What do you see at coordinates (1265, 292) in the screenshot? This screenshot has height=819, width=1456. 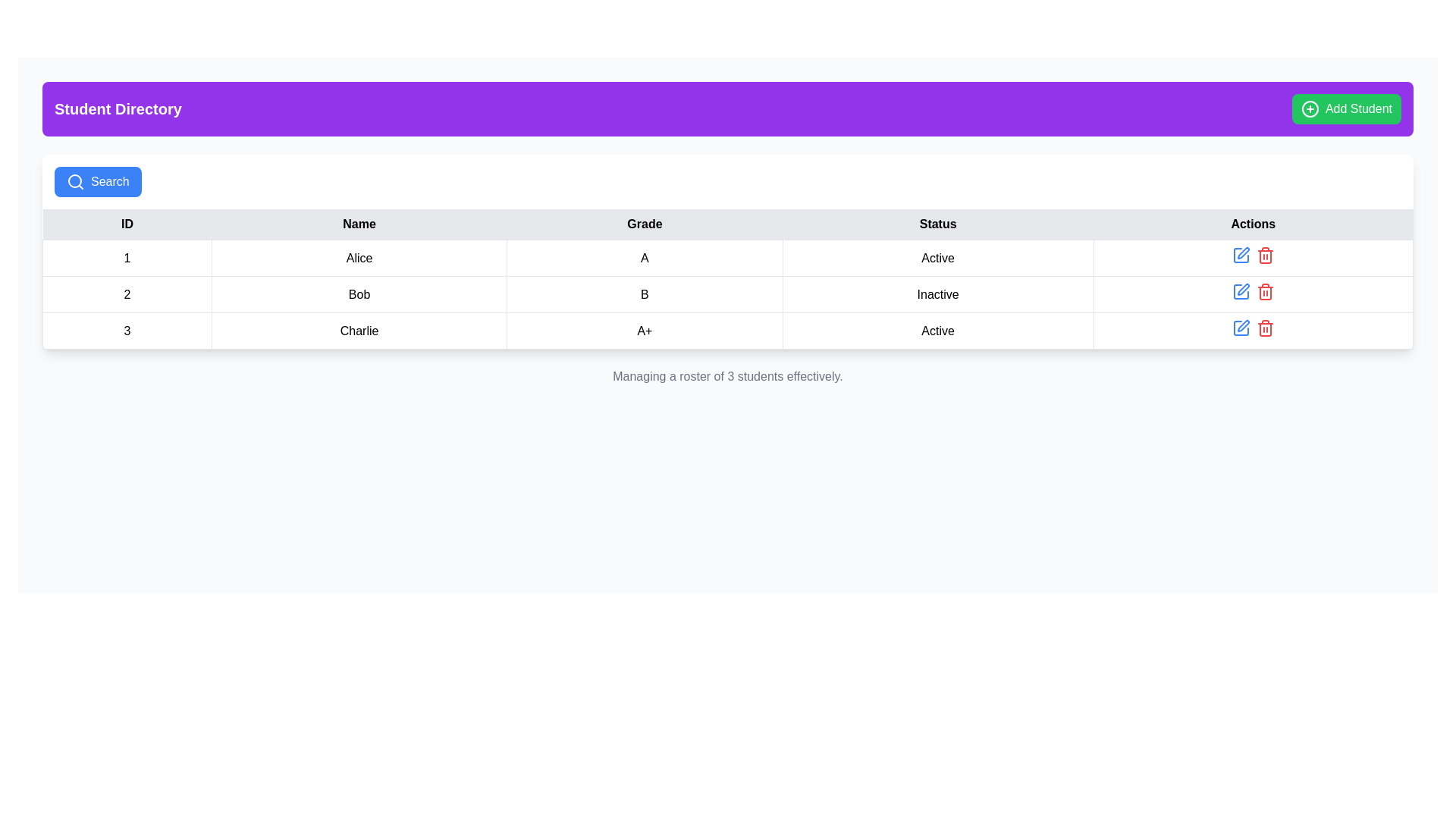 I see `the second red trash icon in the 'Actions' column of the table` at bounding box center [1265, 292].